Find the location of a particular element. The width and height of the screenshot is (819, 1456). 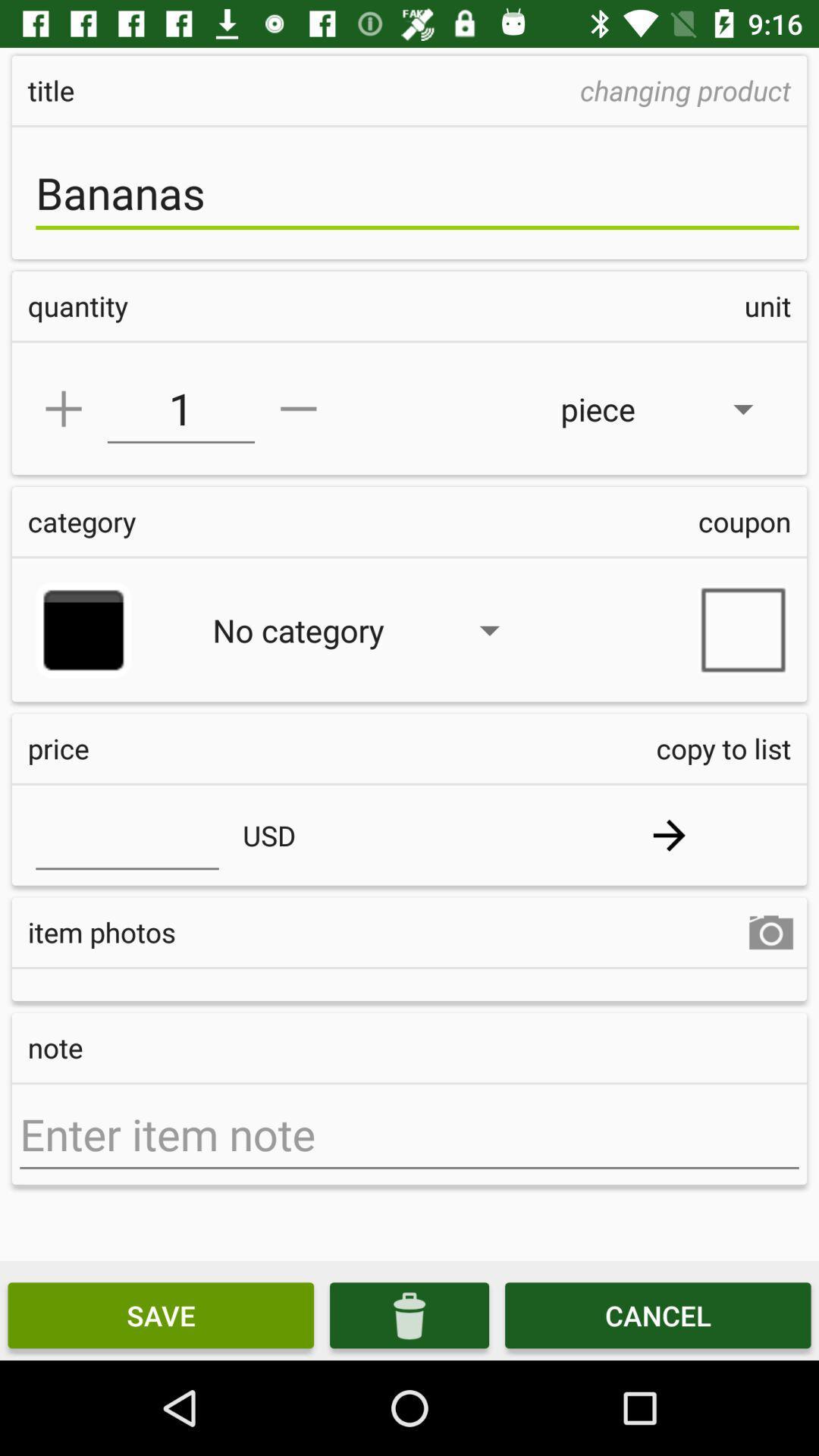

the bananas is located at coordinates (417, 192).